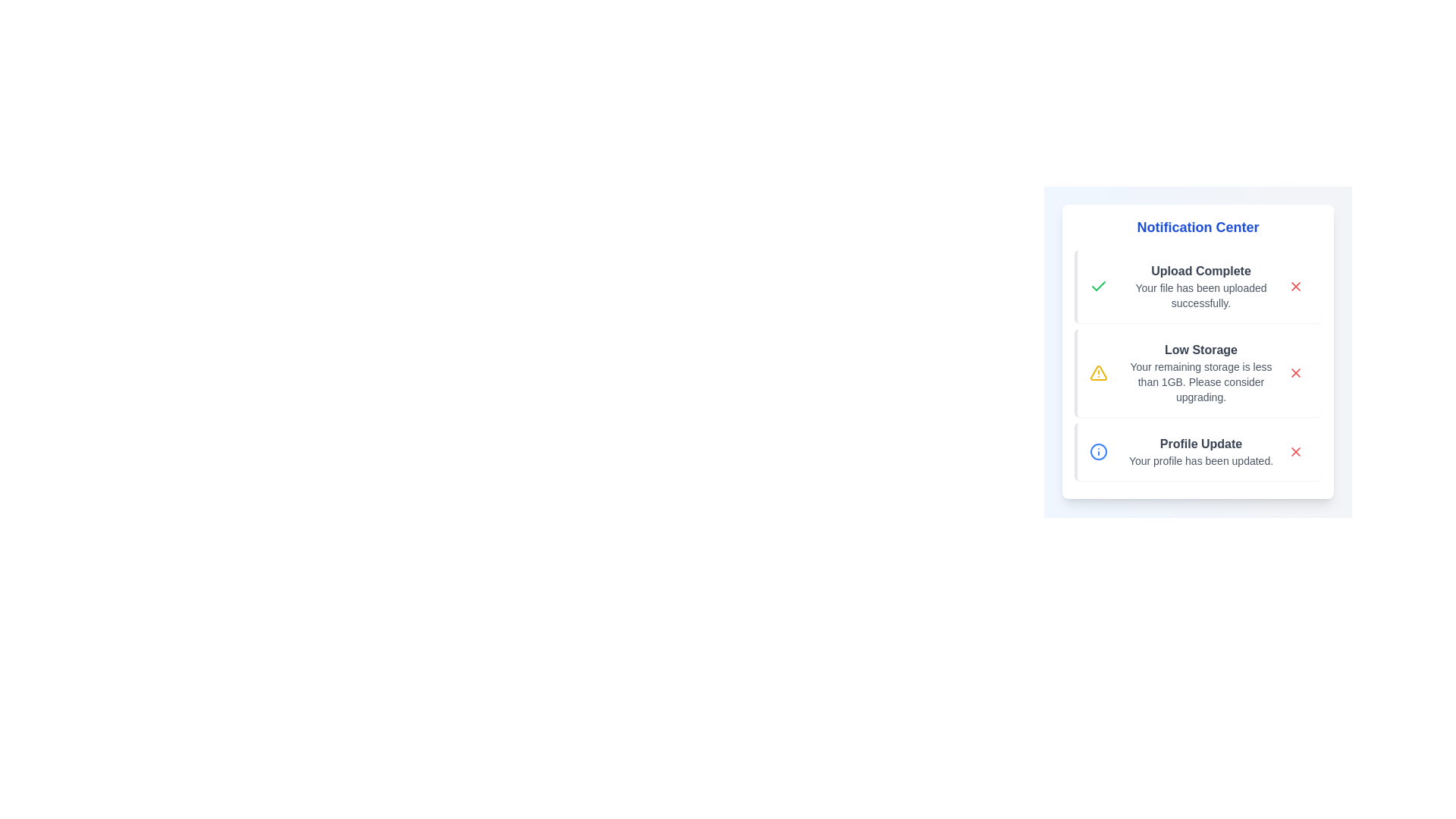  Describe the element at coordinates (1294, 373) in the screenshot. I see `the interactive button styled as an icon located within the 'Low Storage' notification card` at that location.